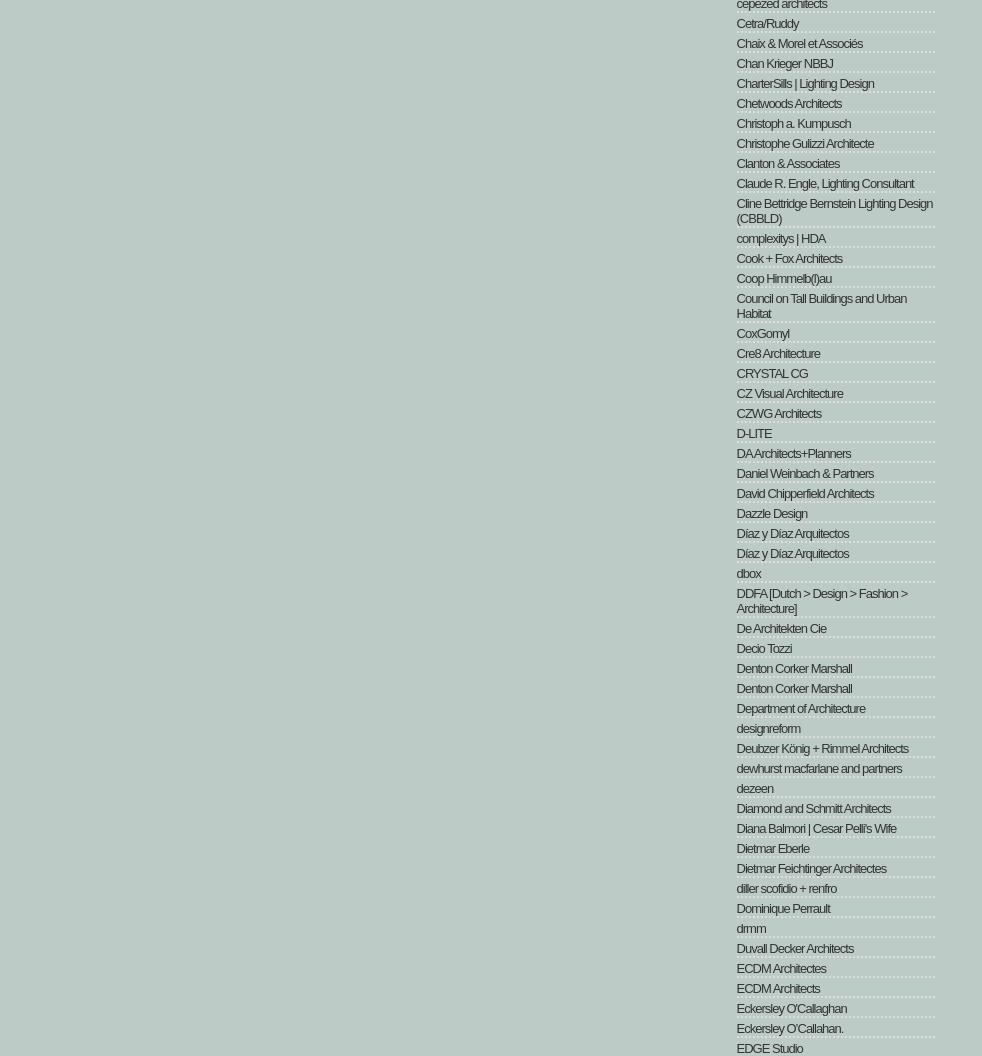 The height and width of the screenshot is (1056, 982). What do you see at coordinates (735, 332) in the screenshot?
I see `'CoxGomyl'` at bounding box center [735, 332].